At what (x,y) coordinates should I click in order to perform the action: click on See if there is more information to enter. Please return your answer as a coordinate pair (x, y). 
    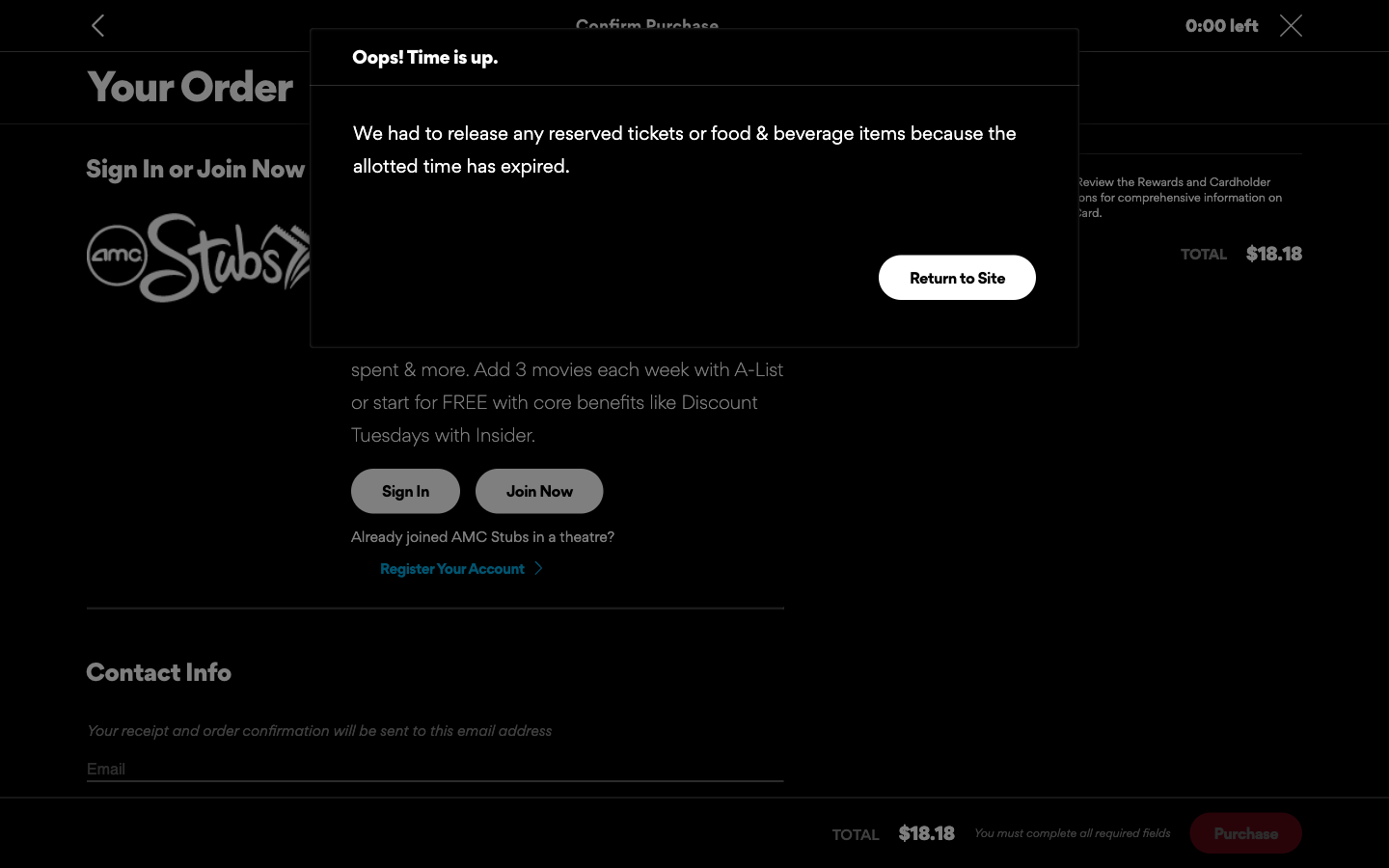
    Looking at the image, I should click on (435, 769).